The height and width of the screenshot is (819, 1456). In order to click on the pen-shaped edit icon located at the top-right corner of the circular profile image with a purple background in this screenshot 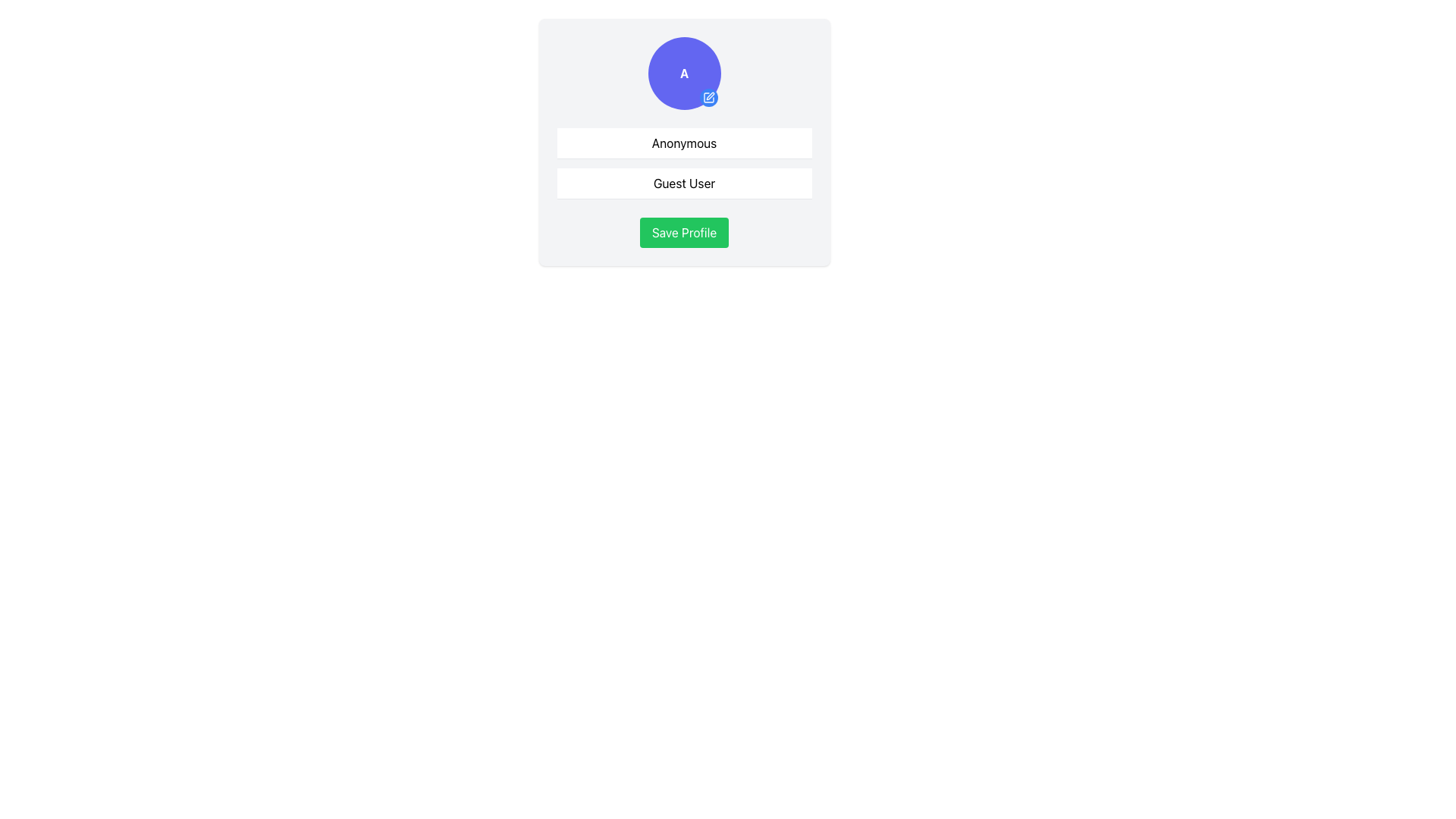, I will do `click(709, 96)`.